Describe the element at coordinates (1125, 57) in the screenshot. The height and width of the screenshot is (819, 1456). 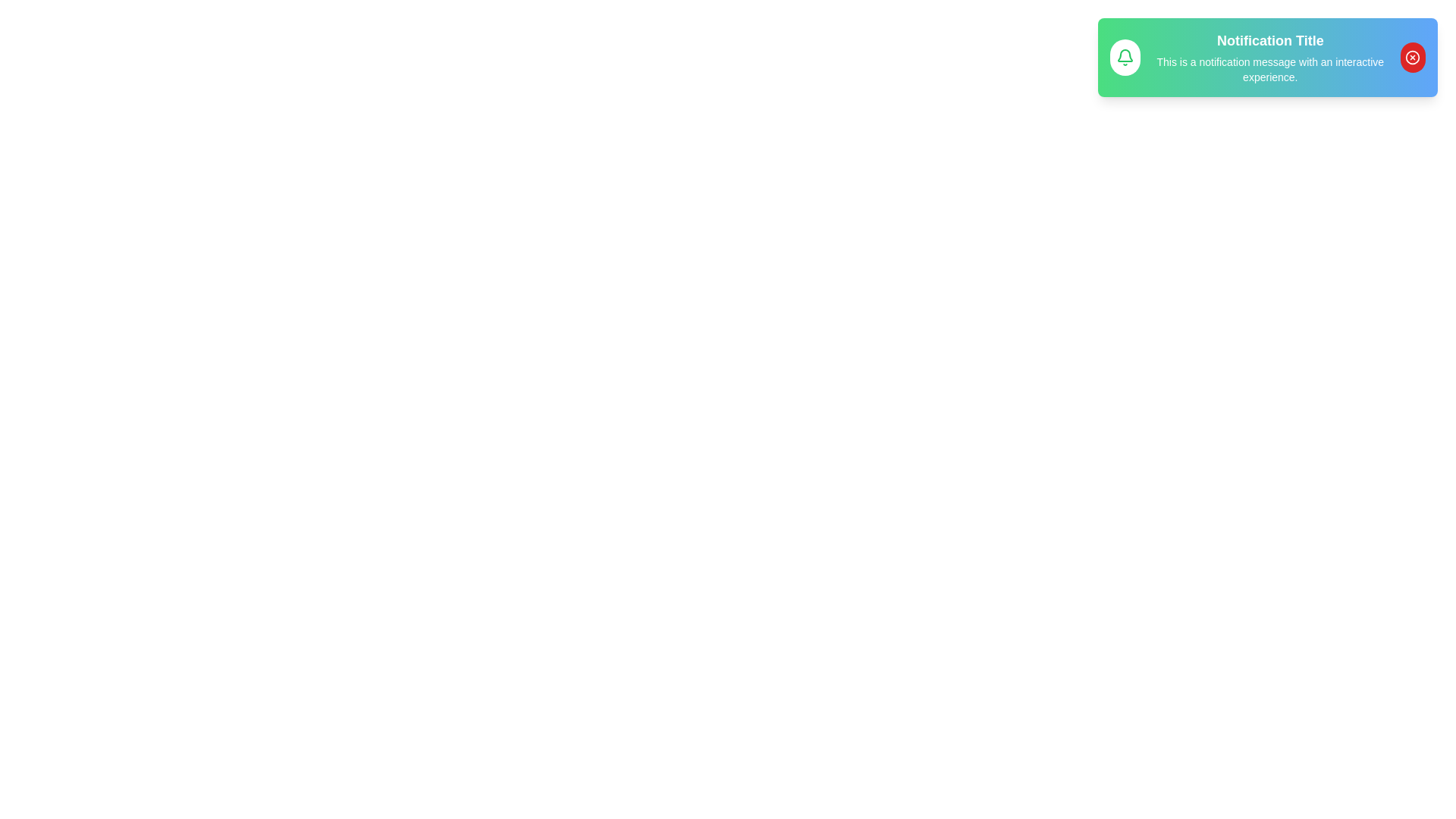
I see `the notification's bell icon to inspect it visually` at that location.